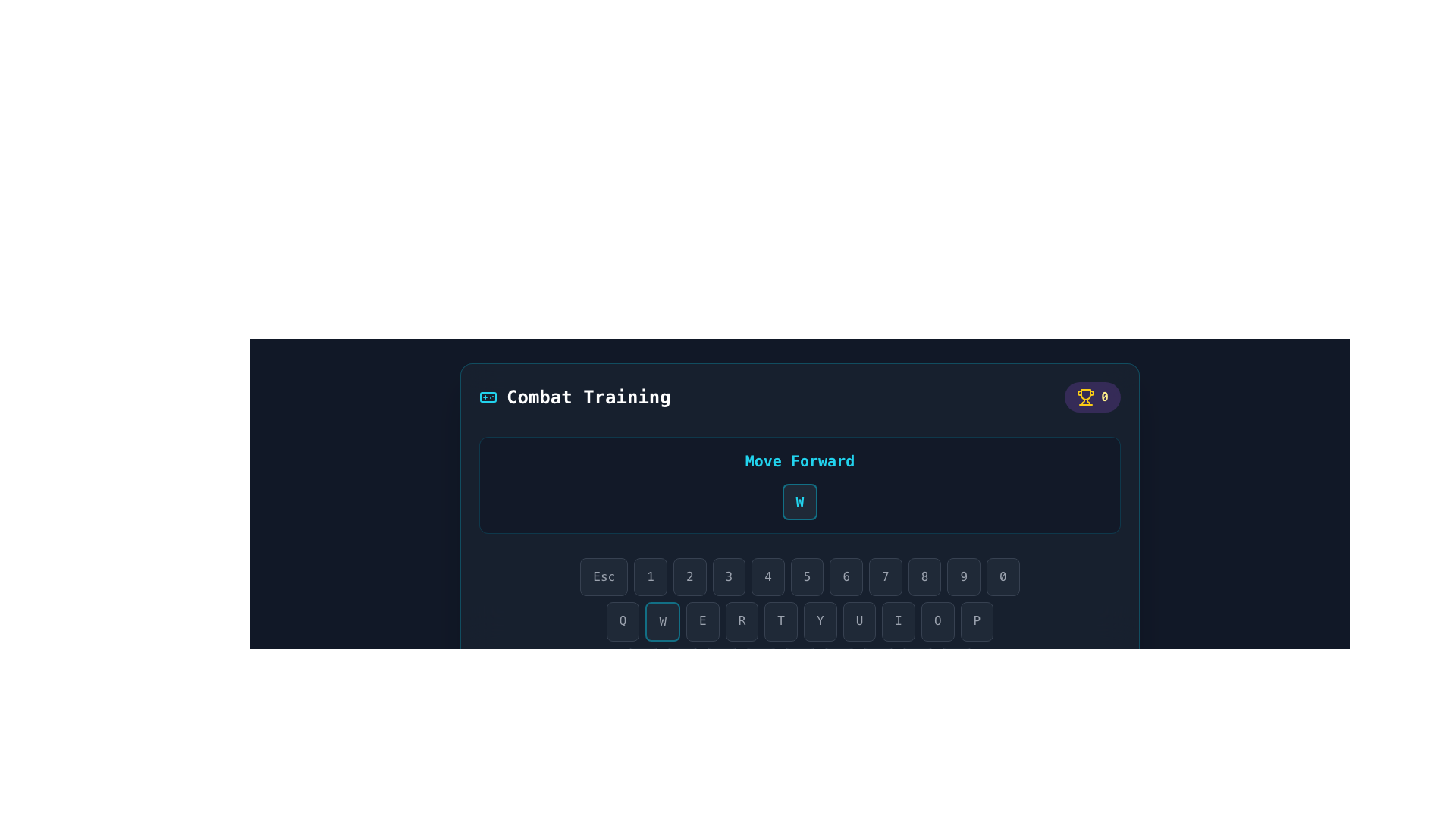  I want to click on the 'P' key on the virtual keyboard to input the letter 'P', so click(976, 622).